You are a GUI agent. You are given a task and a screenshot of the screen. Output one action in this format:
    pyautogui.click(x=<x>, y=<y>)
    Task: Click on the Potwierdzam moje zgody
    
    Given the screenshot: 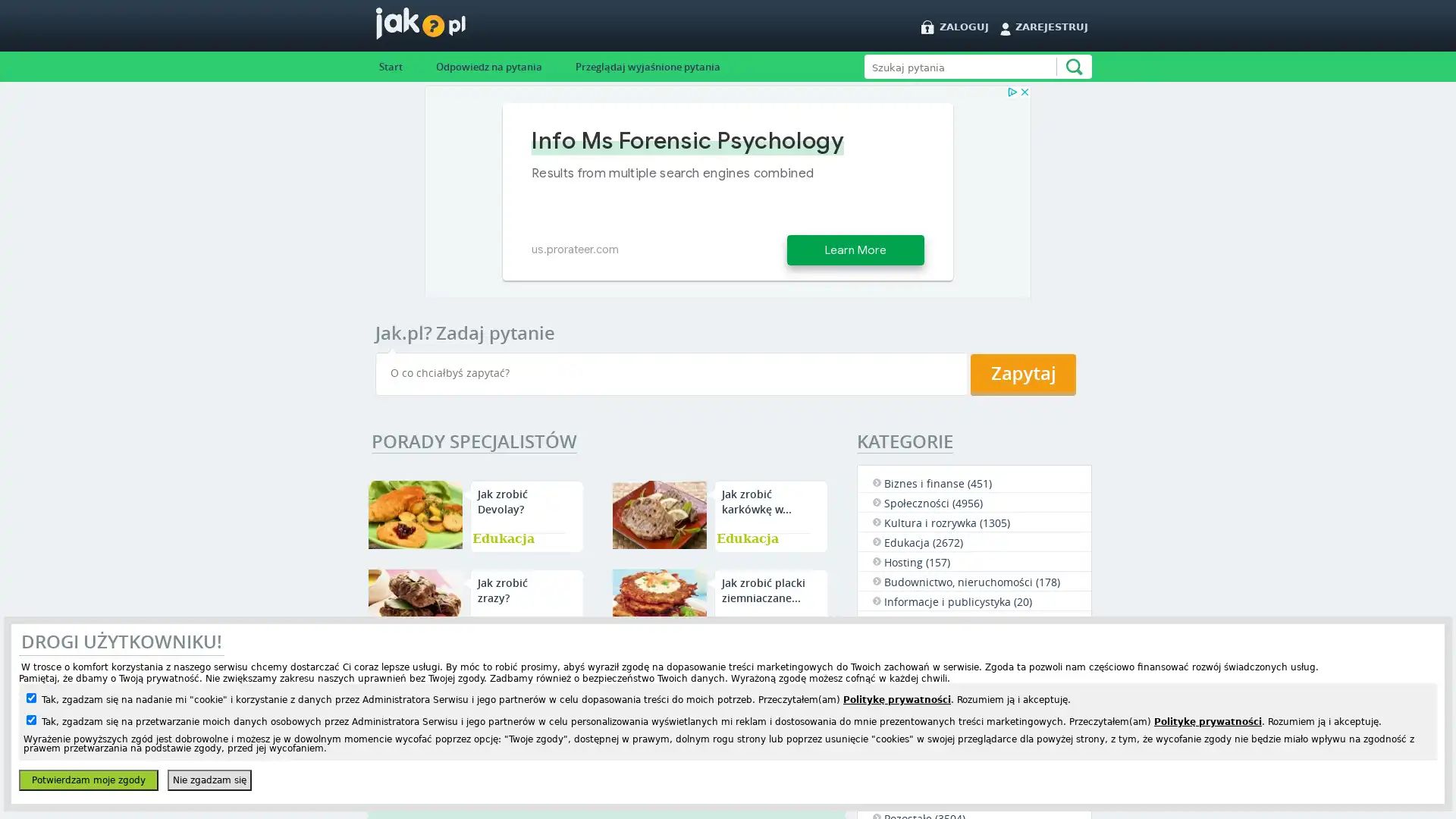 What is the action you would take?
    pyautogui.click(x=87, y=780)
    